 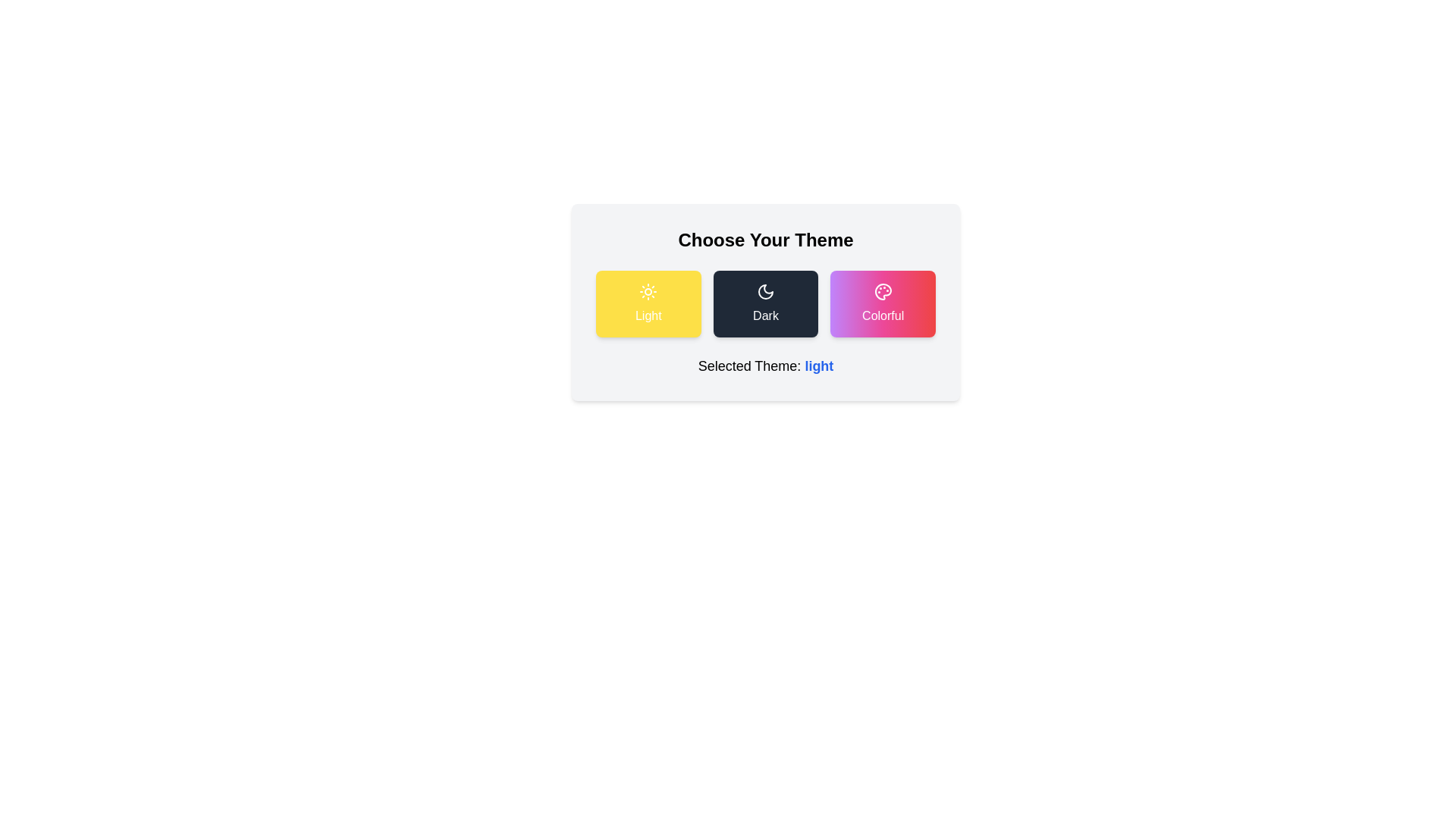 What do you see at coordinates (882, 304) in the screenshot?
I see `the button for the Colorful theme to observe hover effects` at bounding box center [882, 304].